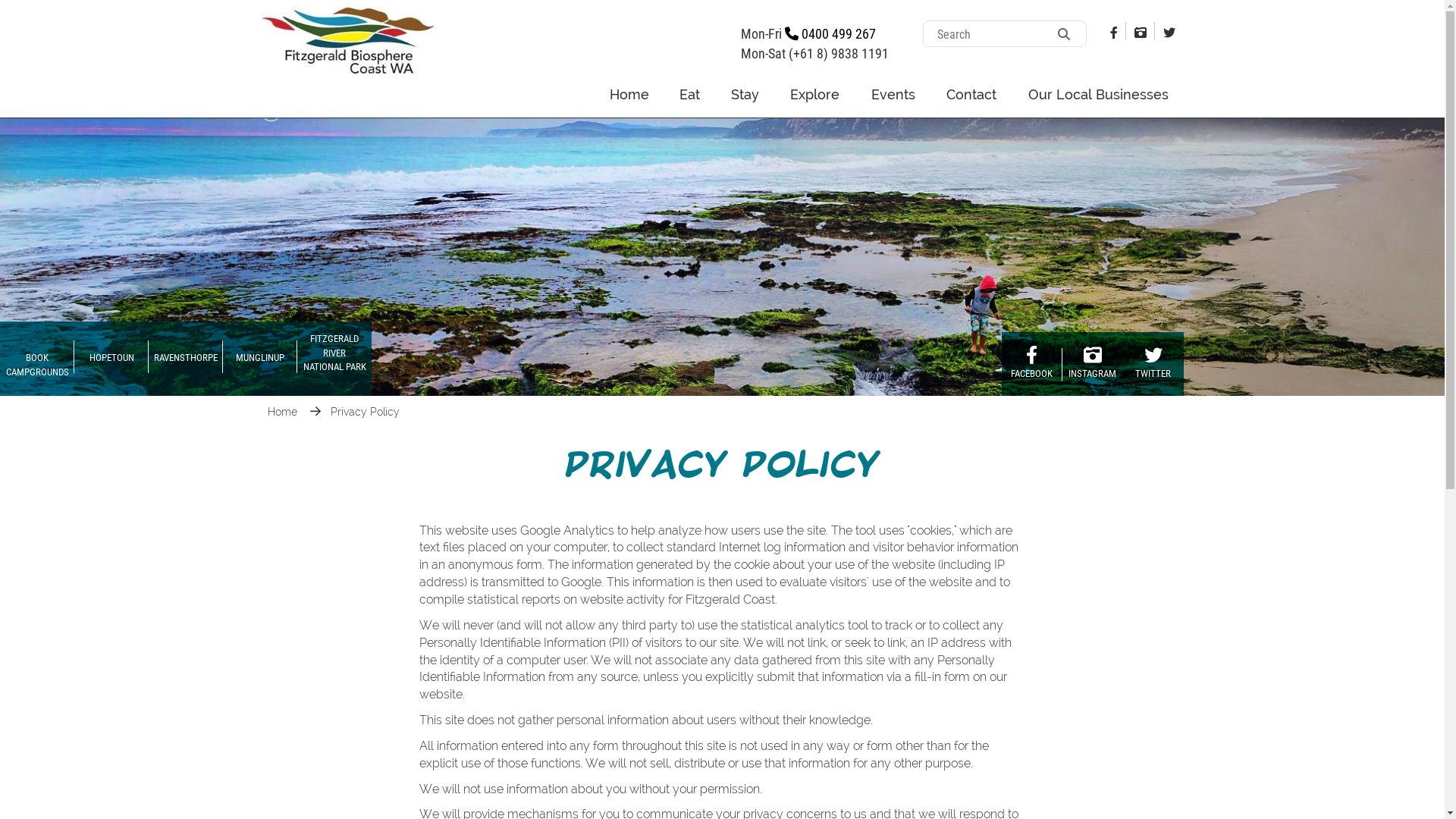 The image size is (1456, 819). What do you see at coordinates (829, 33) in the screenshot?
I see `' 0400 499 267'` at bounding box center [829, 33].